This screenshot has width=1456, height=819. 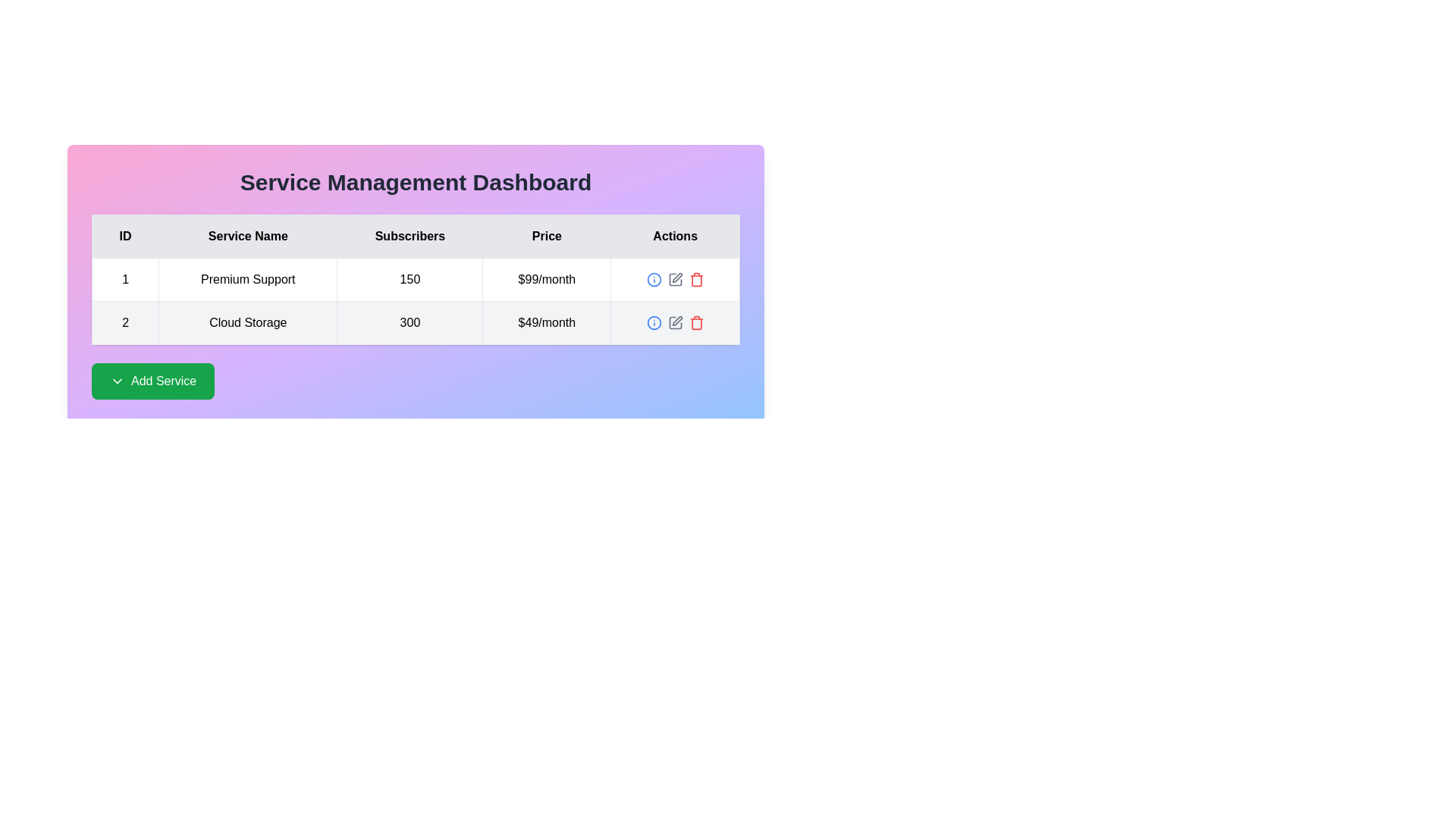 I want to click on the table cell that identifies the ID '2' for the 'Cloud Storage' service entry, which is the first cell in the second row under the 'ID' column, so click(x=125, y=322).